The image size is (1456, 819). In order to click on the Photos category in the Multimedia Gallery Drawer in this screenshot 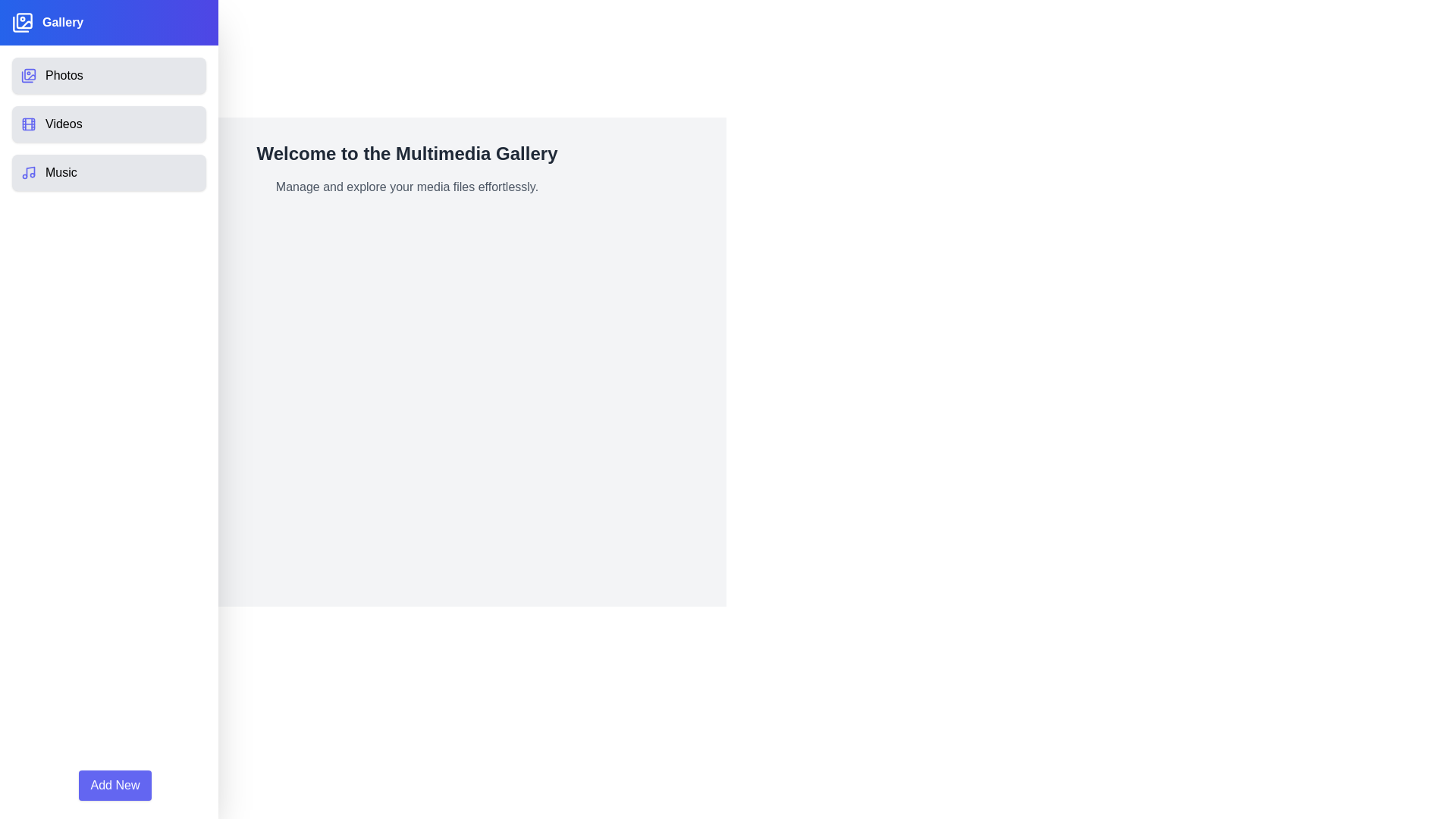, I will do `click(108, 76)`.